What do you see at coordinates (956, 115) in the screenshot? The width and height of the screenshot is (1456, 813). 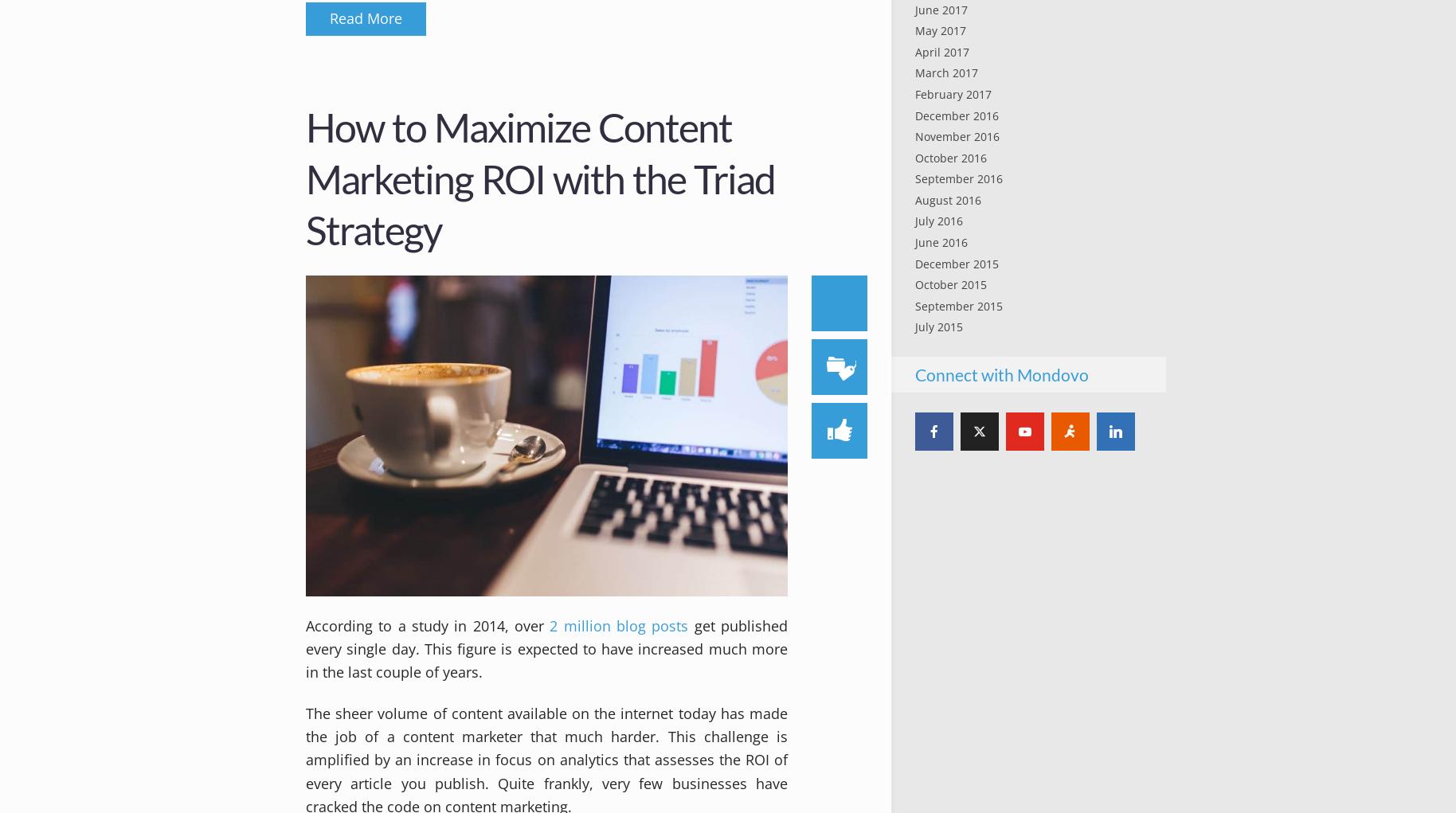 I see `'December 2016'` at bounding box center [956, 115].